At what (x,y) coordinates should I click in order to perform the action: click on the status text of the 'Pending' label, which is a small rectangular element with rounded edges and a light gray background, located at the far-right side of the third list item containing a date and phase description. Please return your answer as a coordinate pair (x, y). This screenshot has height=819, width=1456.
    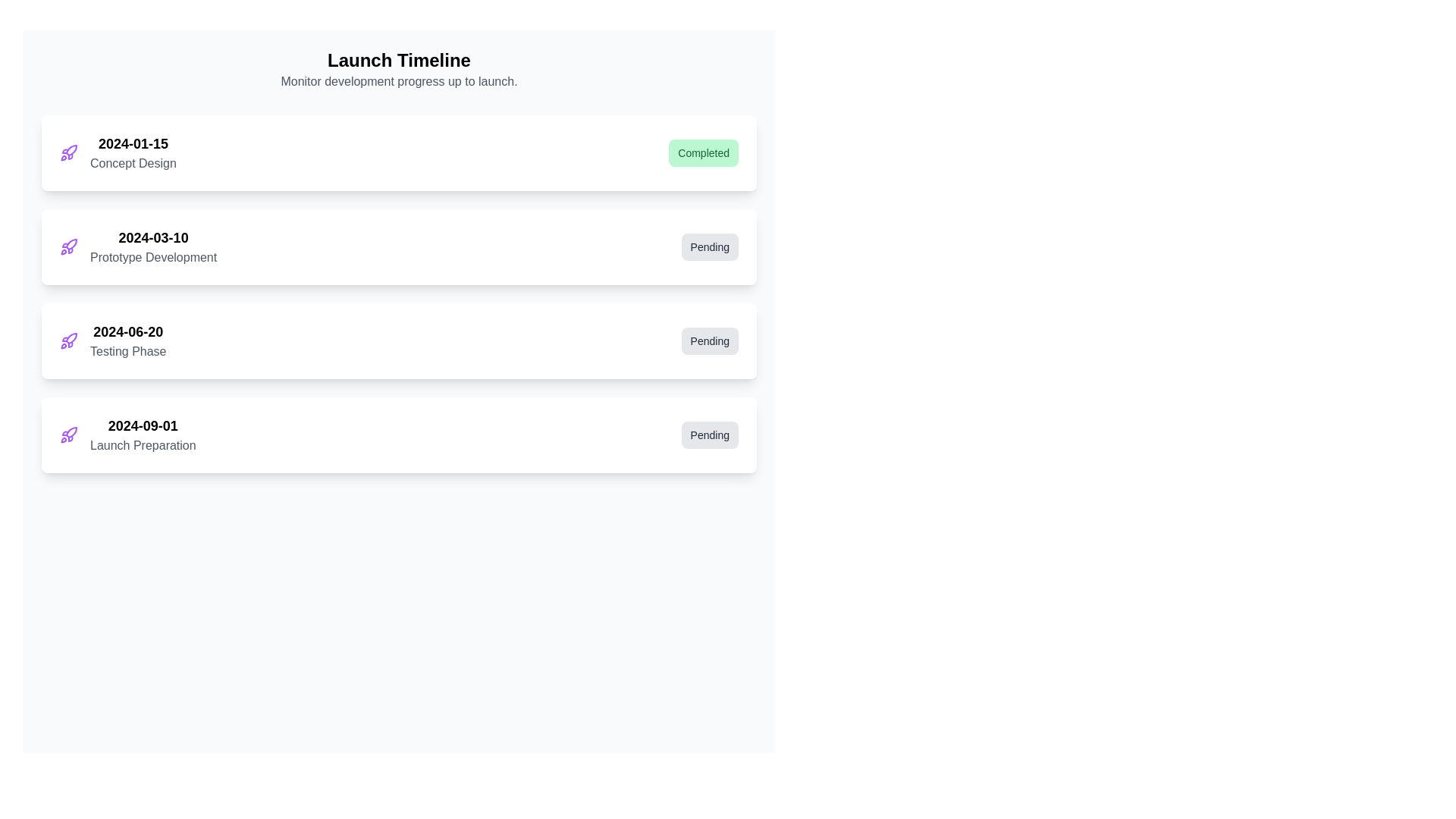
    Looking at the image, I should click on (709, 341).